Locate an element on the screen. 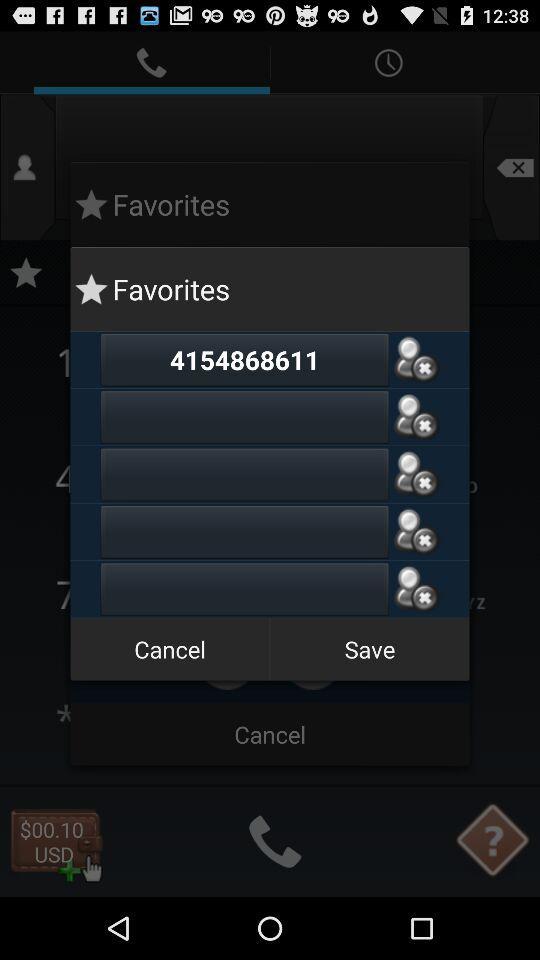 Image resolution: width=540 pixels, height=960 pixels. delet contact is located at coordinates (415, 359).